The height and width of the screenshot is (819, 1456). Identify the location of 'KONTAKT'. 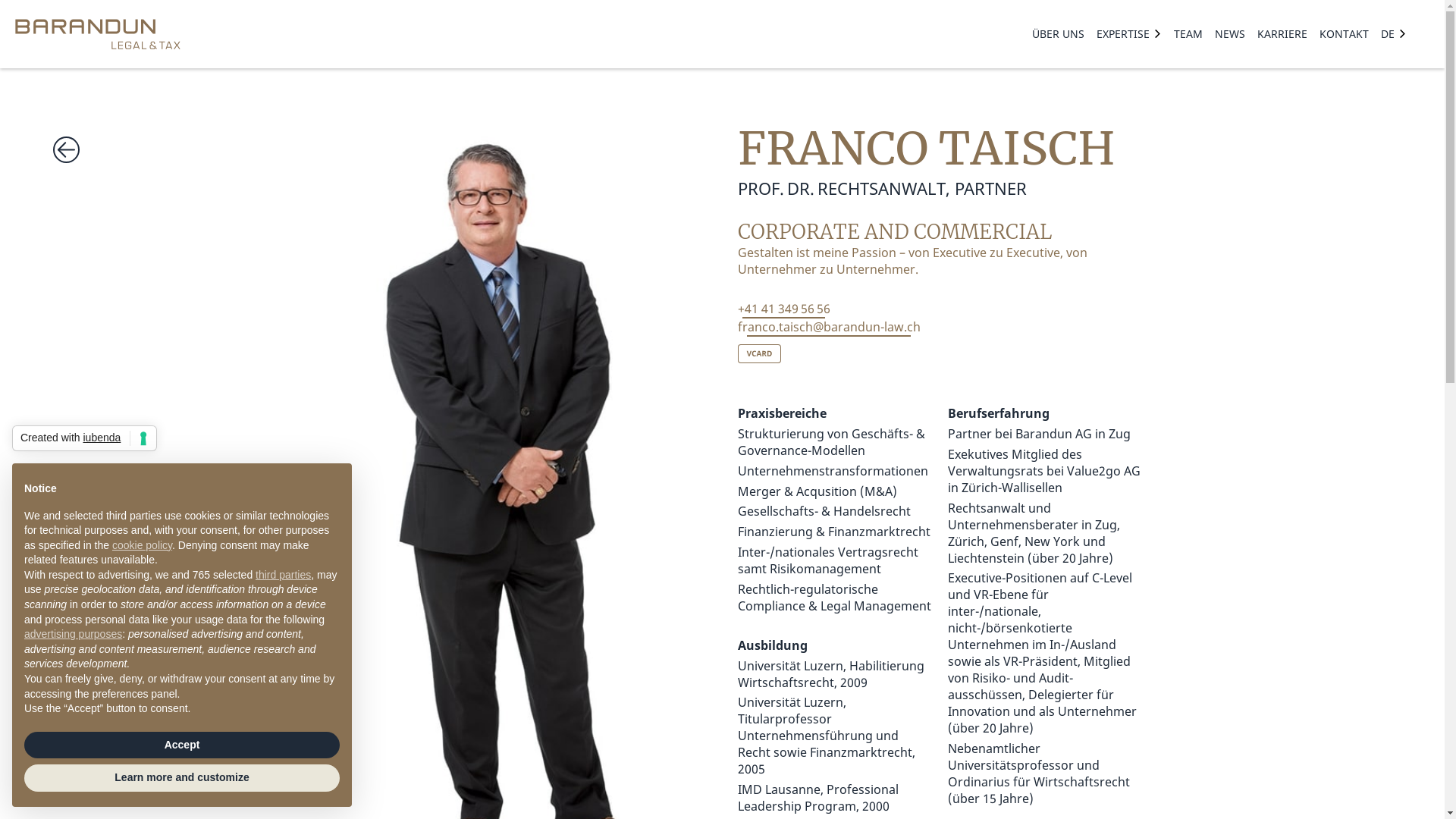
(1344, 34).